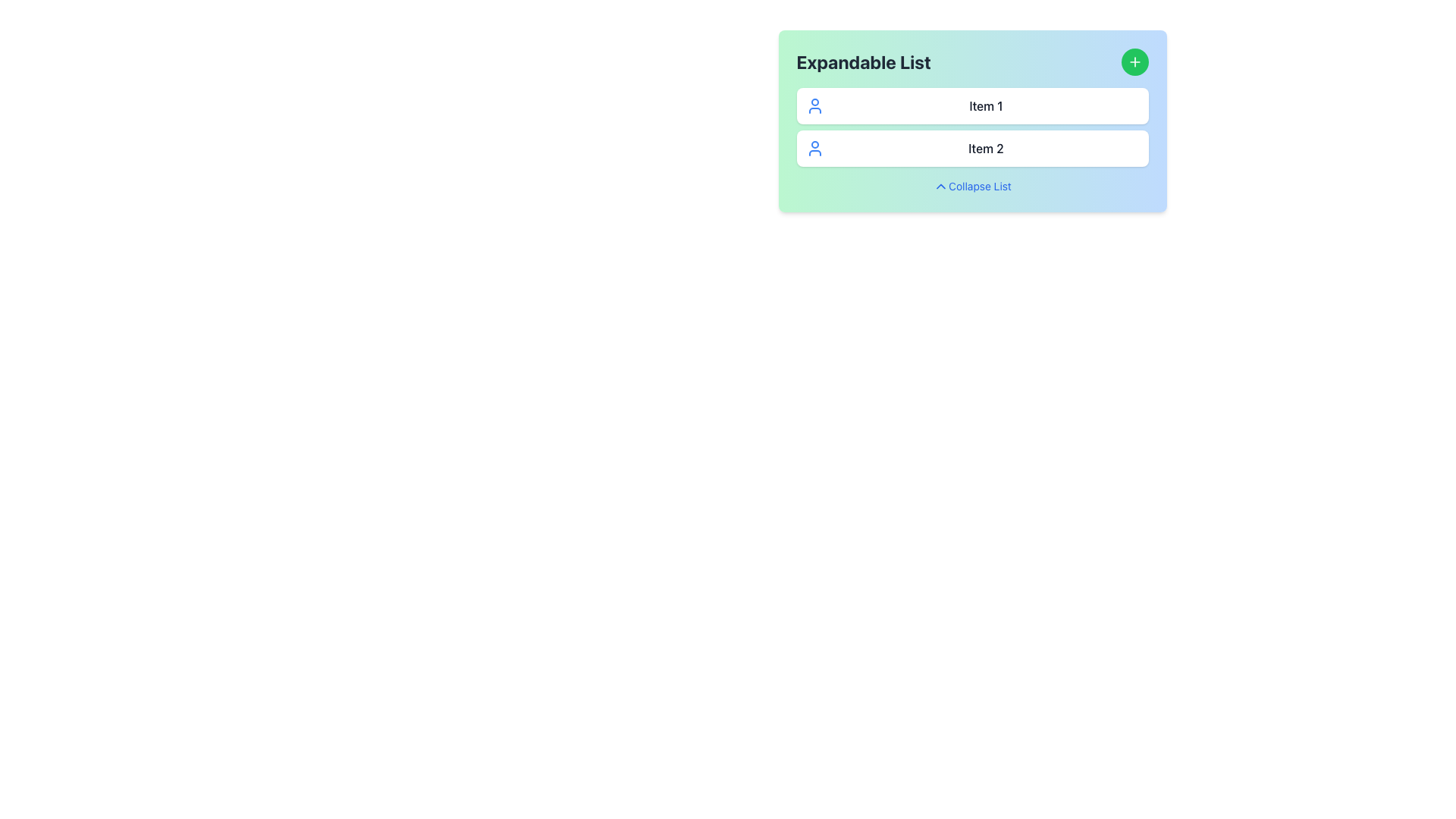 The height and width of the screenshot is (819, 1456). I want to click on the text label 'Item 2' which is styled with a medium-weight font and colored in dark gray, located within a rounded white card and below 'Item 1', so click(986, 149).